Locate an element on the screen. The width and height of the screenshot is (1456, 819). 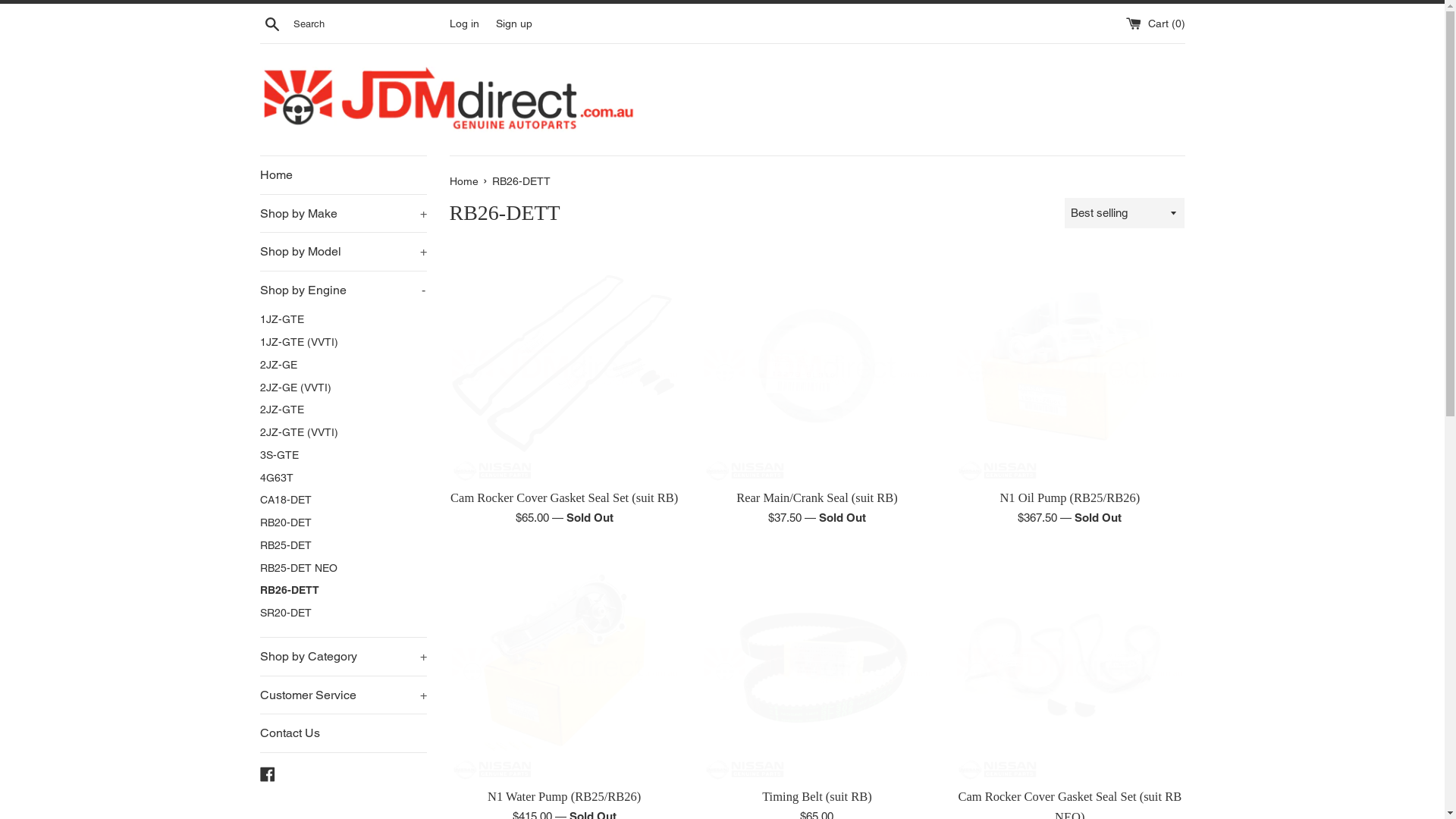
'RB26-DETT' is located at coordinates (341, 590).